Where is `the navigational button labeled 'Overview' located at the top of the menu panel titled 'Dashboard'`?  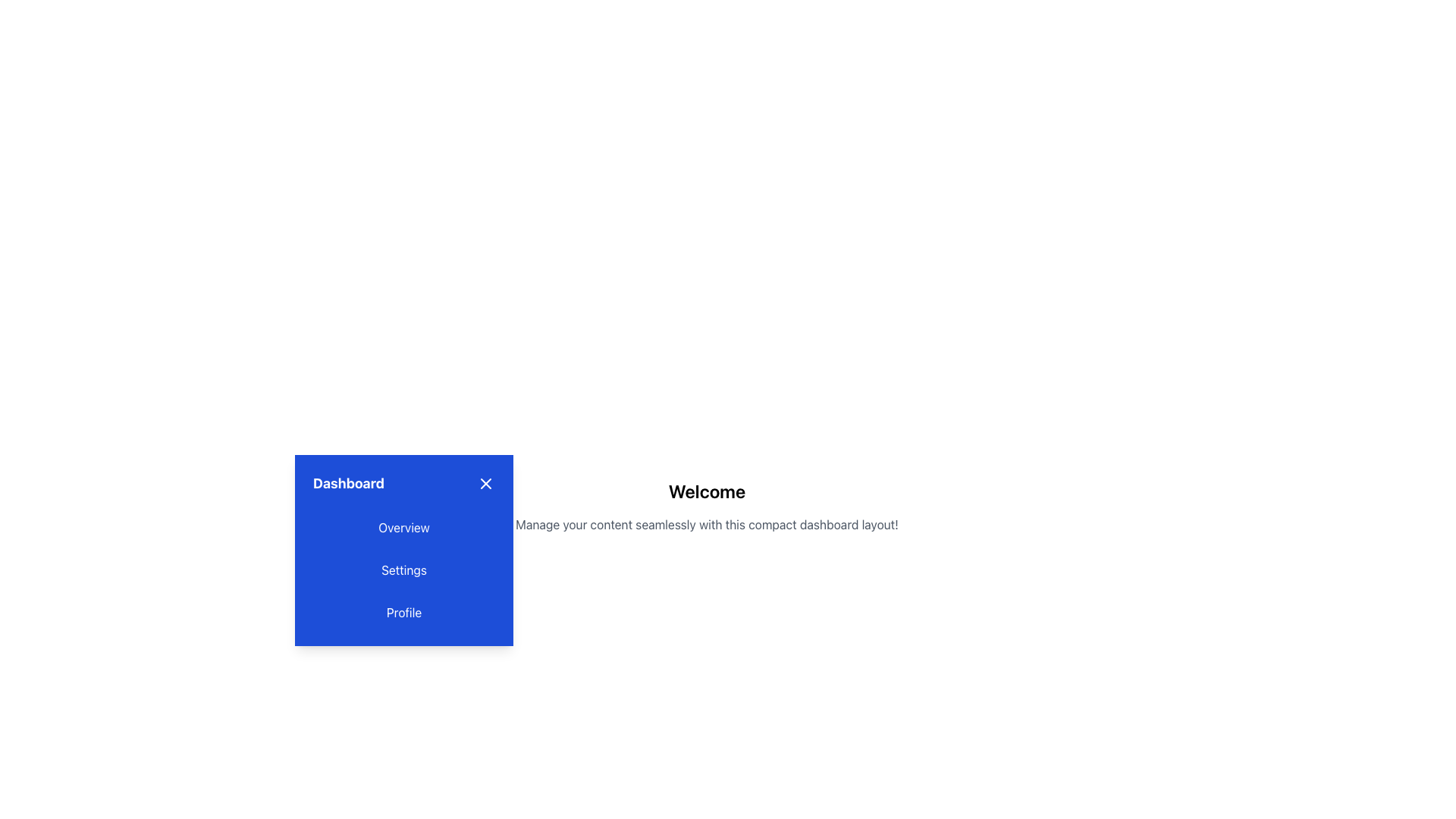 the navigational button labeled 'Overview' located at the top of the menu panel titled 'Dashboard' is located at coordinates (403, 526).